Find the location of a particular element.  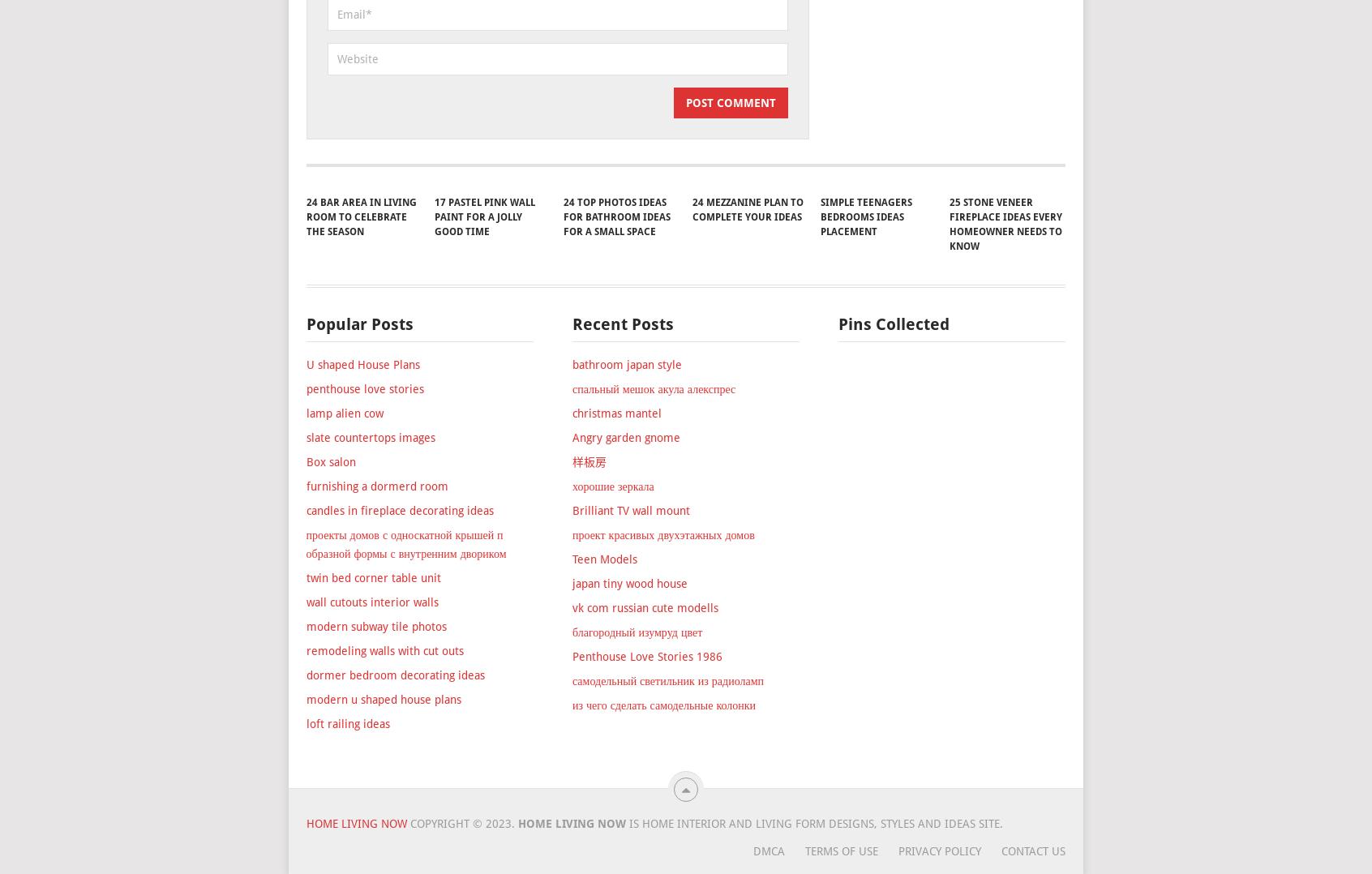

'Penthouse Love Stories 1986' is located at coordinates (646, 748).